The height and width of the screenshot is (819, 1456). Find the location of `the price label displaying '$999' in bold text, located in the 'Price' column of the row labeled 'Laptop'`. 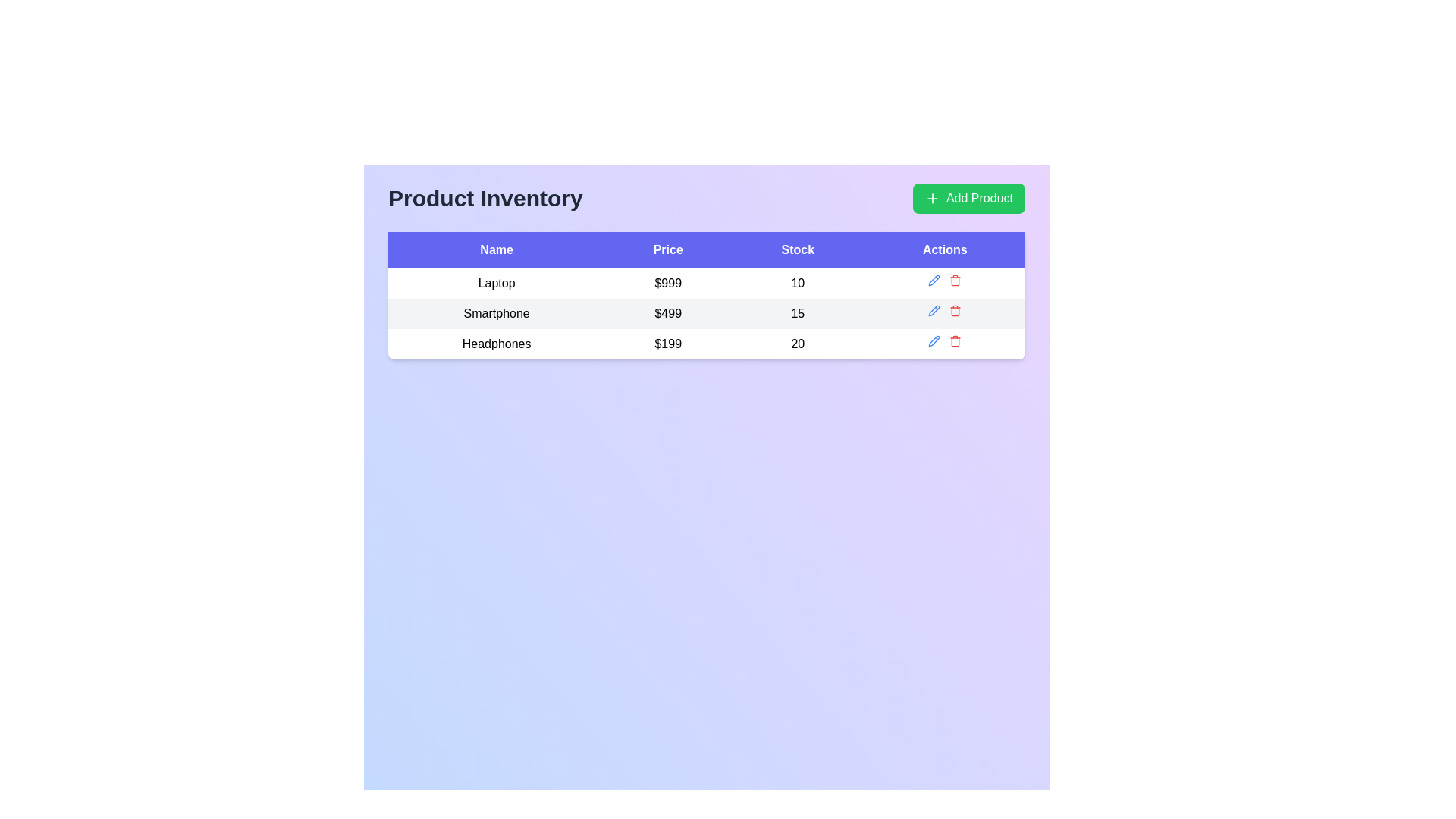

the price label displaying '$999' in bold text, located in the 'Price' column of the row labeled 'Laptop' is located at coordinates (667, 284).